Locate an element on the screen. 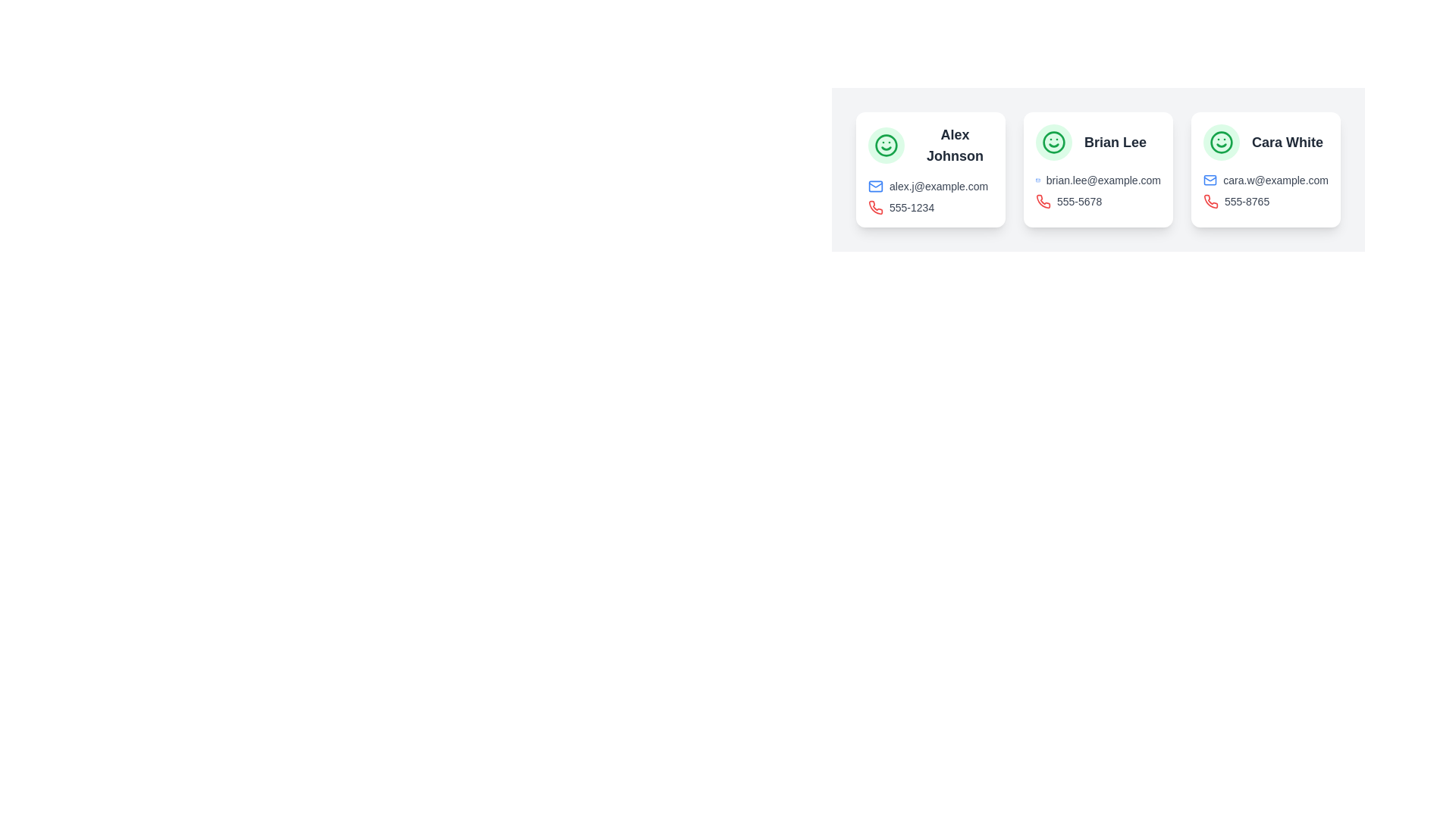  email address displayed in the text label showing 'brian.lee@example.com', which is located beneath the name 'Brian Lee' and above the phone number '555-5678' is located at coordinates (1098, 180).